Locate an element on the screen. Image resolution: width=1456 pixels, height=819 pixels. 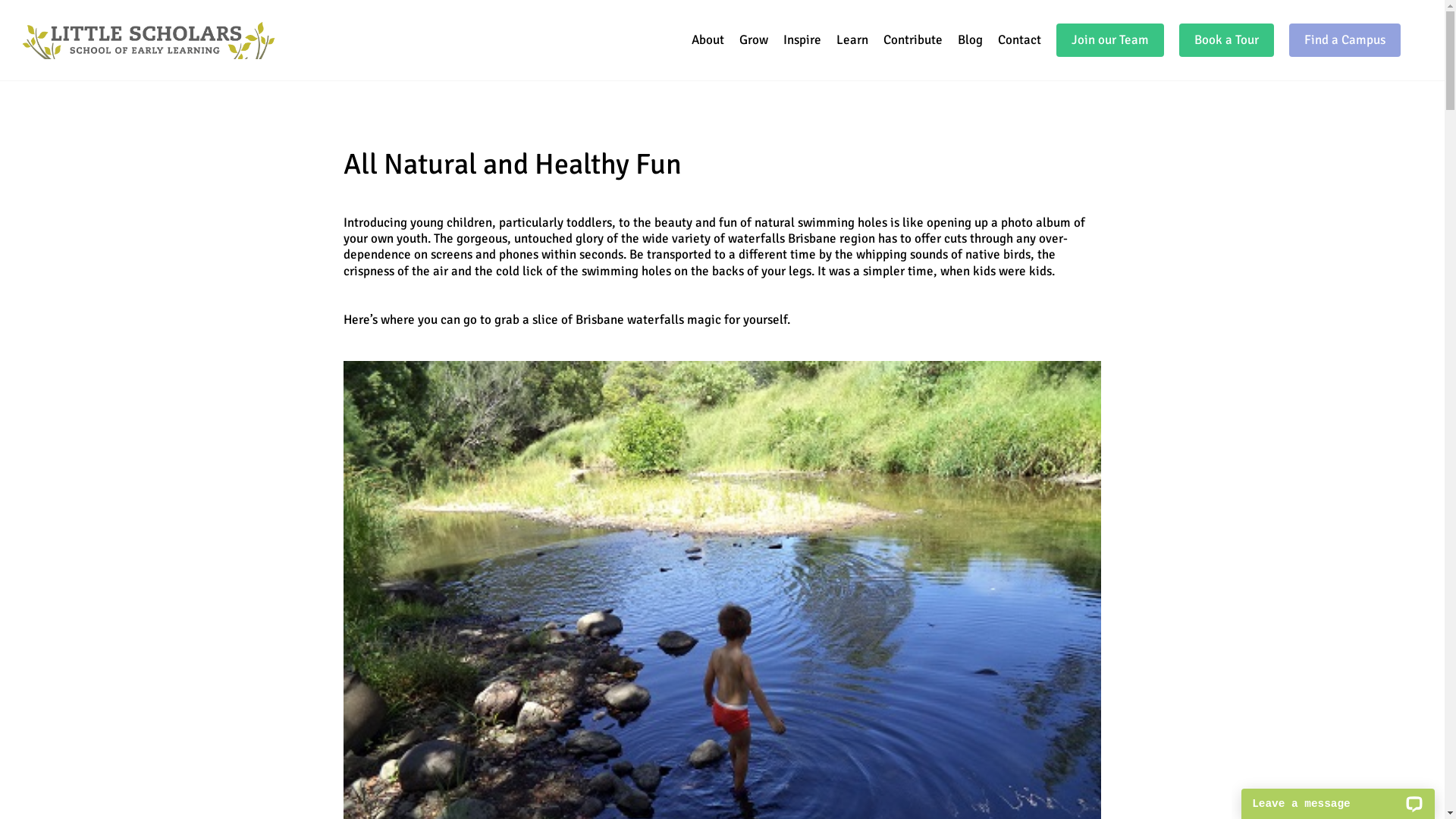
'Inspire' is located at coordinates (801, 39).